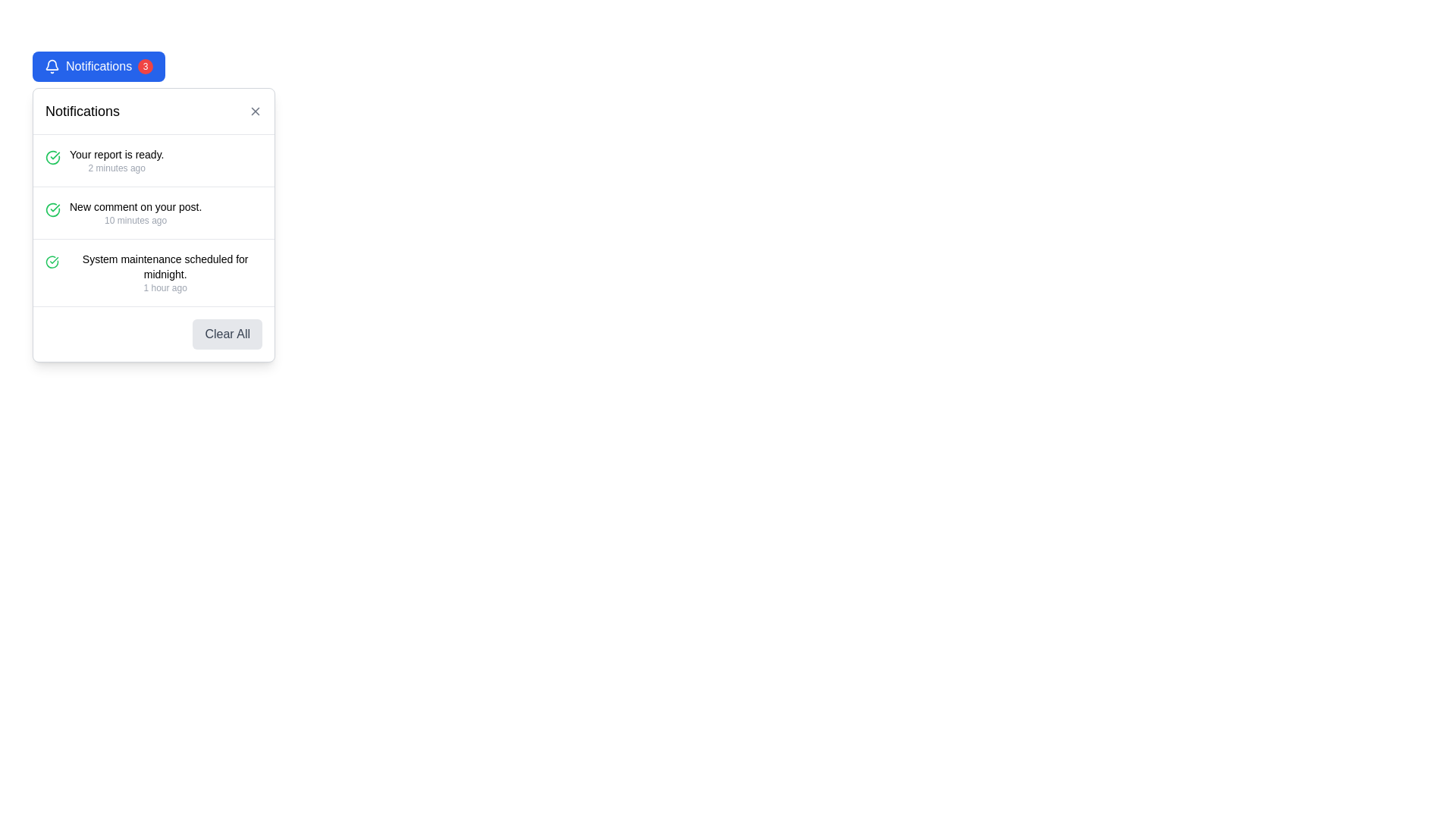  What do you see at coordinates (153, 212) in the screenshot?
I see `the notification that informs the user about a new comment on their post, which is the second notification in the list within the notification panel` at bounding box center [153, 212].